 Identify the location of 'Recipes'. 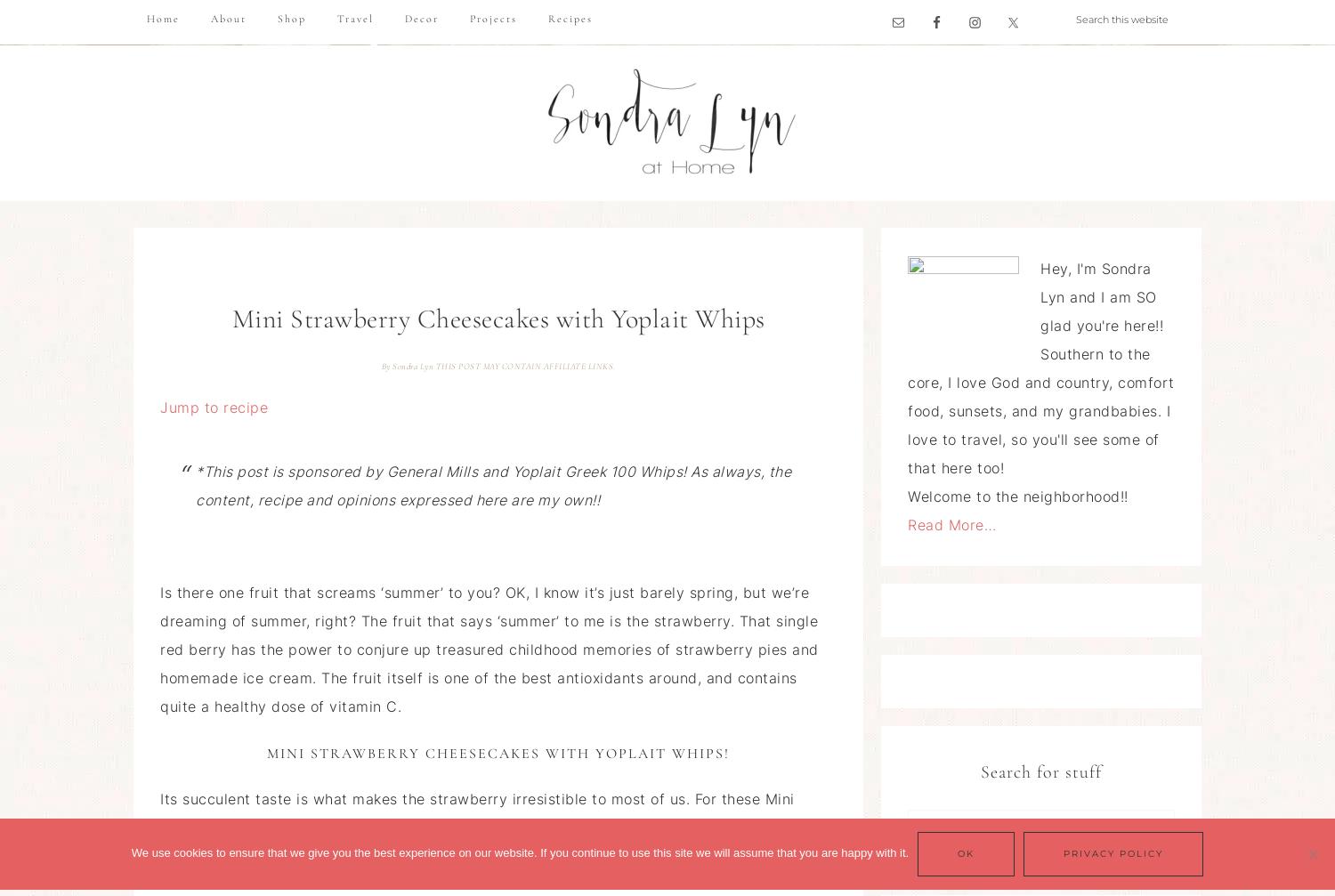
(570, 19).